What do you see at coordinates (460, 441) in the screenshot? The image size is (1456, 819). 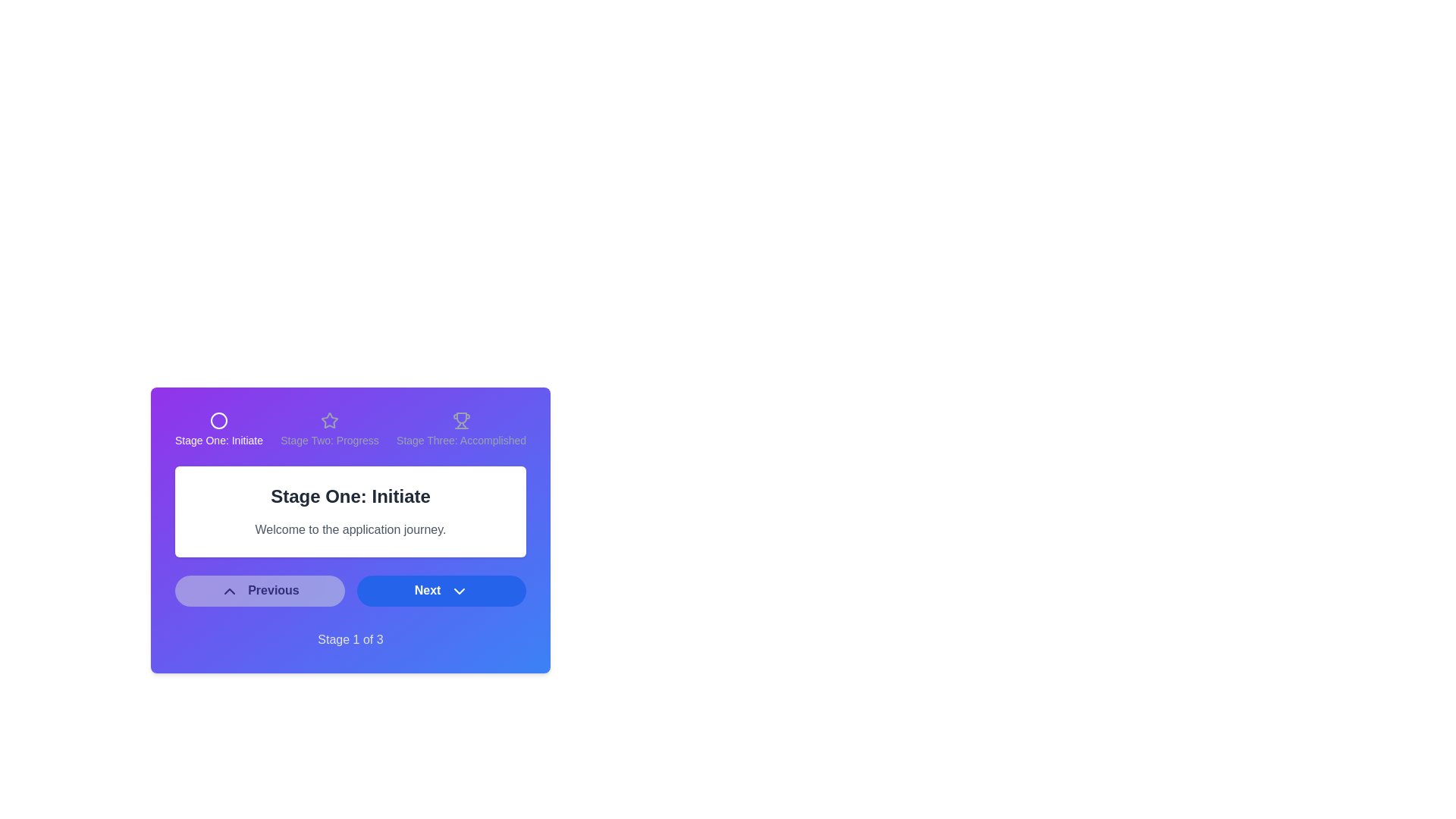 I see `the text label displaying 'Stage Three: Accomplished' on a purple background, which is part of a multi-step progress indicator` at bounding box center [460, 441].